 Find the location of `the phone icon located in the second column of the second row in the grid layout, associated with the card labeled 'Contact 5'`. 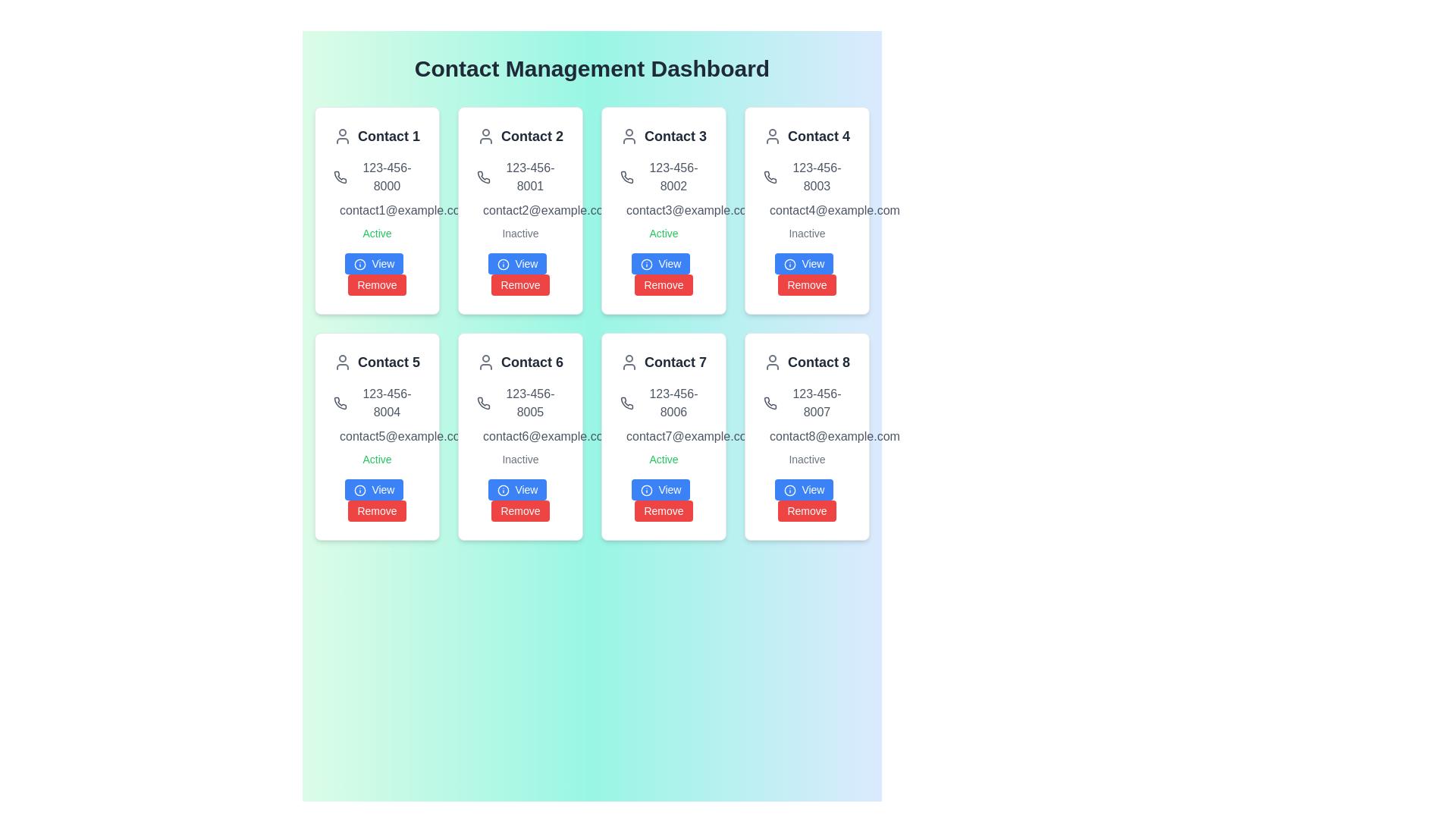

the phone icon located in the second column of the second row in the grid layout, associated with the card labeled 'Contact 5' is located at coordinates (339, 403).